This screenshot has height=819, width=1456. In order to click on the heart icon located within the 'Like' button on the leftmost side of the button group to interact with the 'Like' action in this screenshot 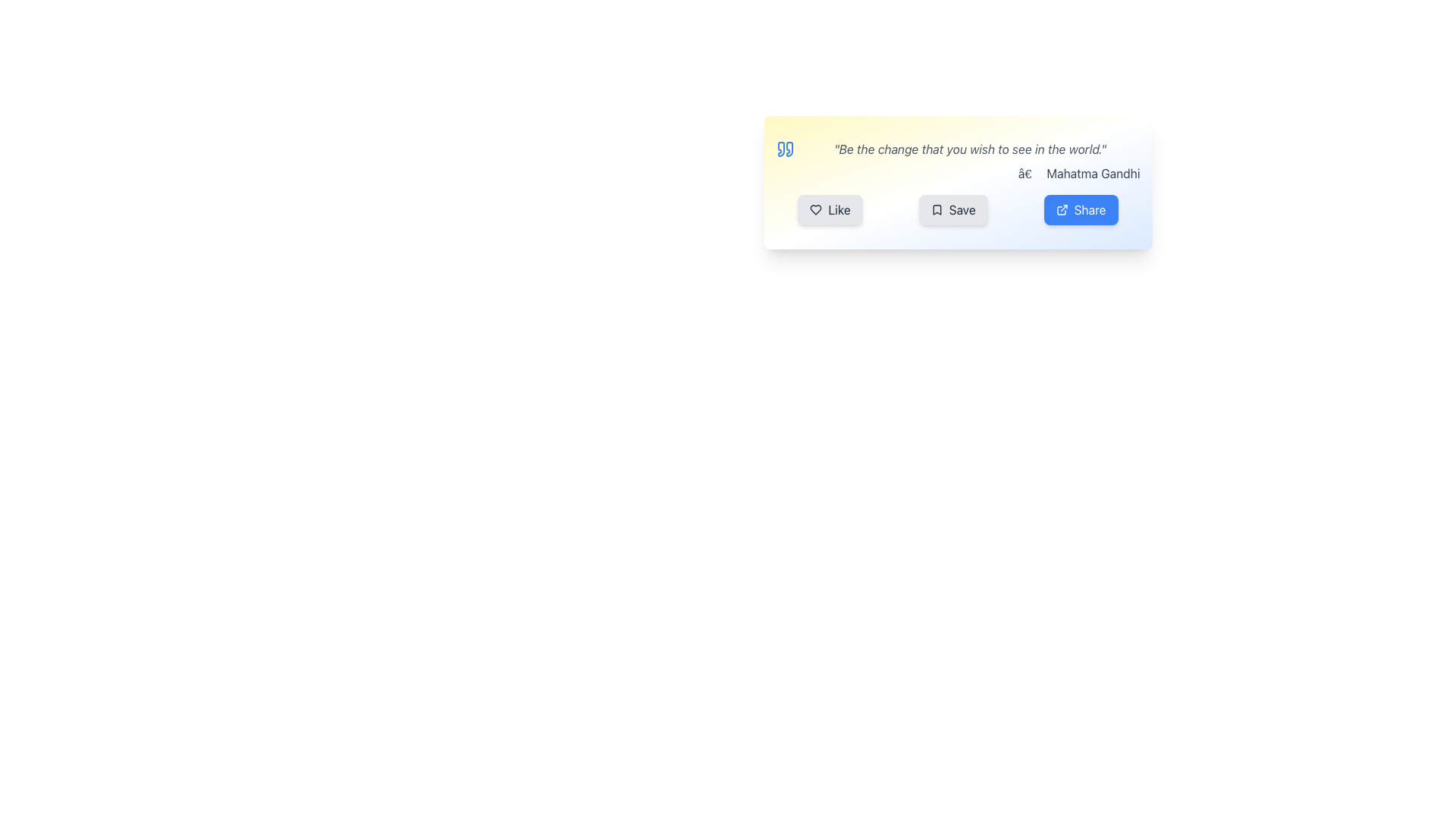, I will do `click(815, 210)`.